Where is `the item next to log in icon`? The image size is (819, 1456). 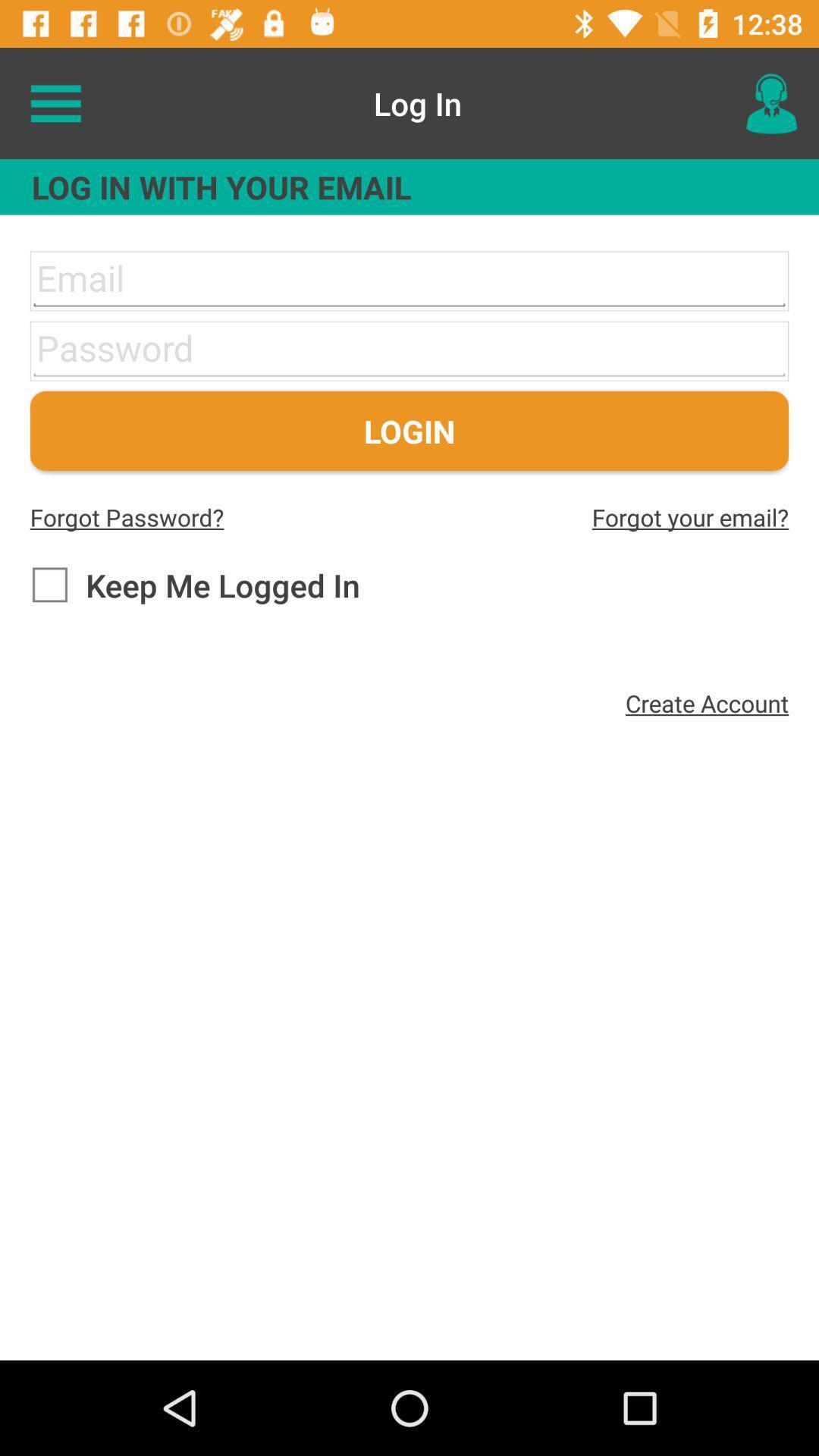
the item next to log in icon is located at coordinates (55, 102).